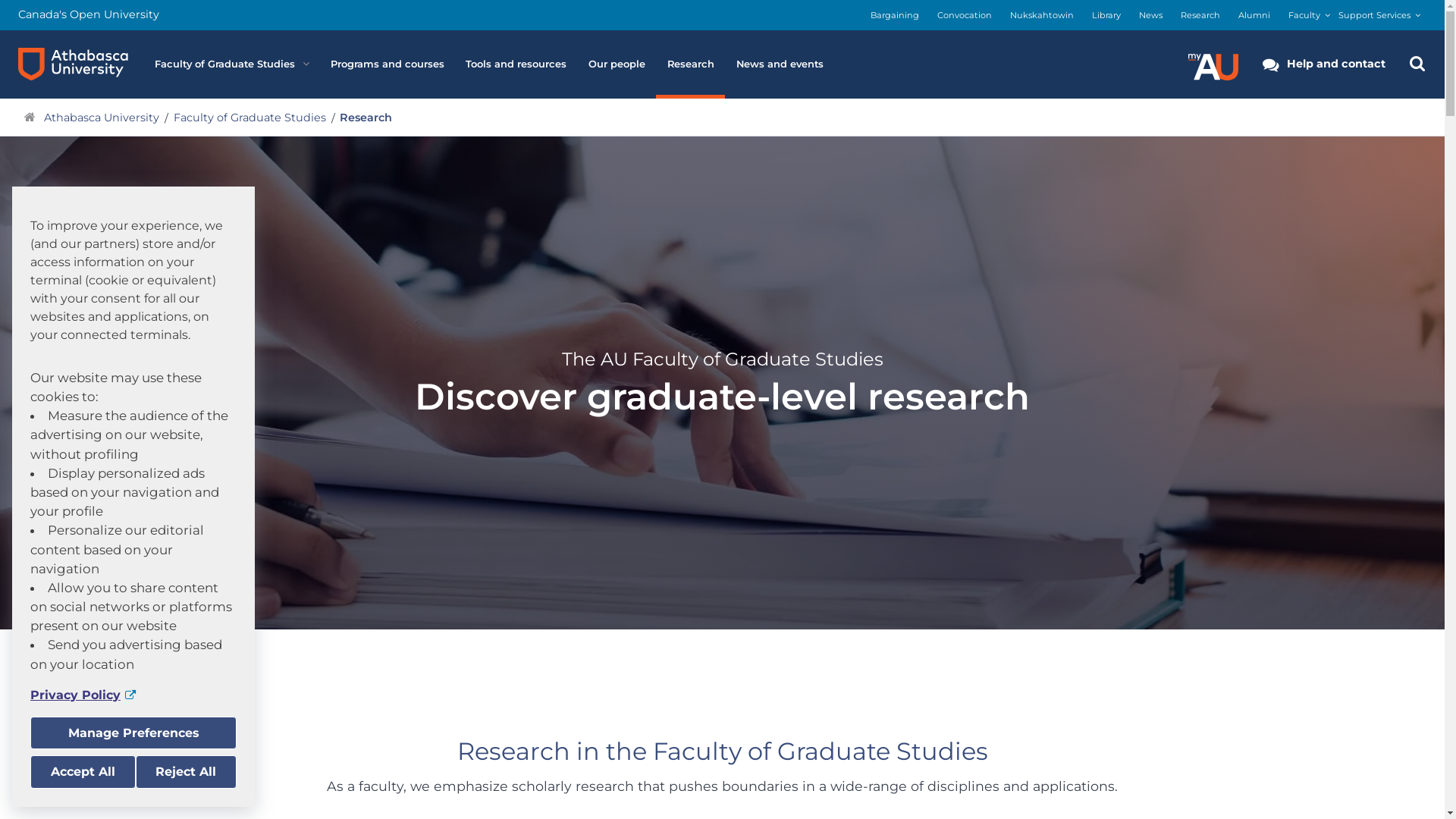  Describe the element at coordinates (133, 695) in the screenshot. I see `'Privacy Policy'` at that location.